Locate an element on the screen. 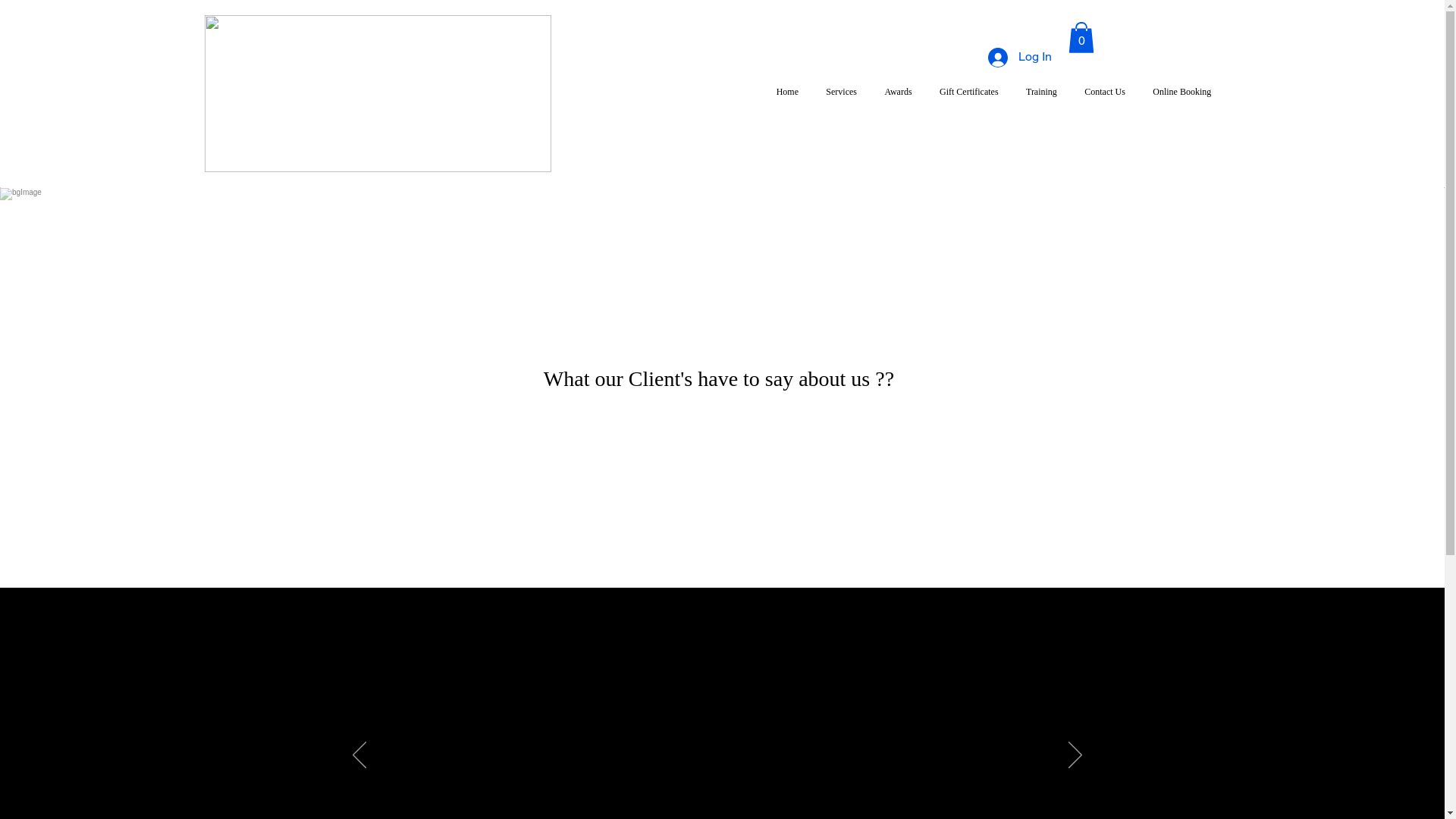 The width and height of the screenshot is (1456, 819). 'Contact Us' is located at coordinates (1069, 91).